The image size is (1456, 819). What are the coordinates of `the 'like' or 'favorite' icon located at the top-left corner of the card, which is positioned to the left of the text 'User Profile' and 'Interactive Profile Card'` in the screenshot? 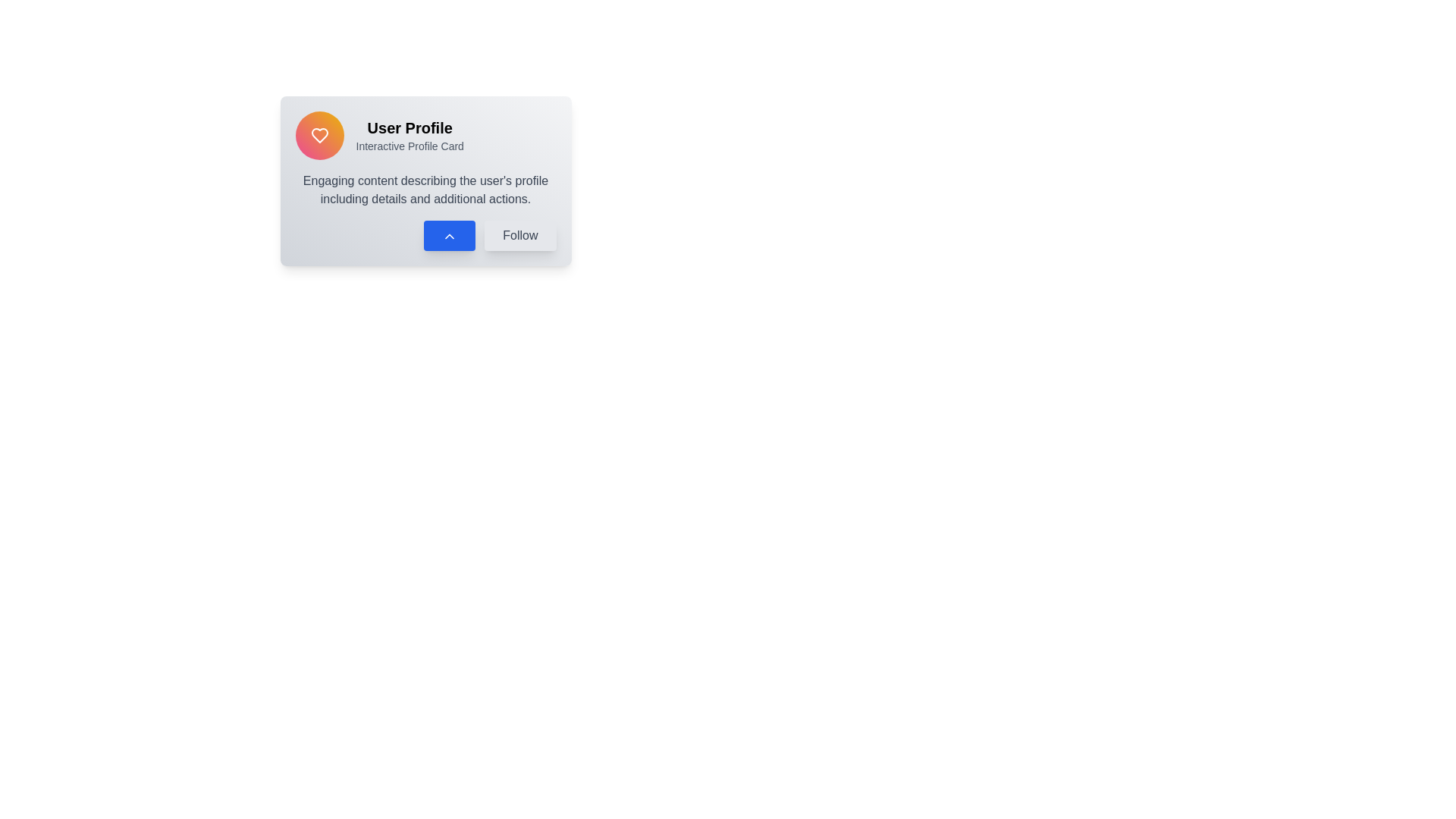 It's located at (318, 134).